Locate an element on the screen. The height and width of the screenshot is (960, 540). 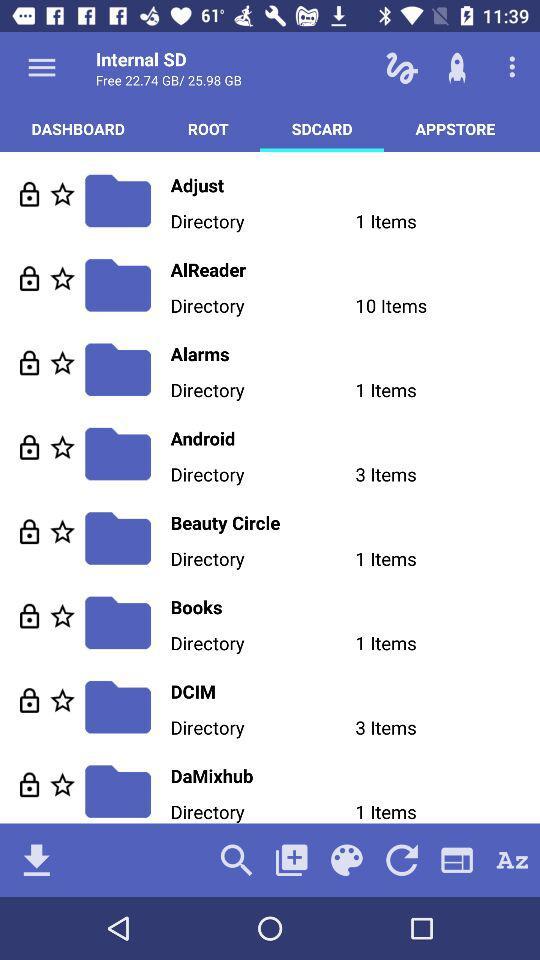
item below the directory is located at coordinates (290, 859).